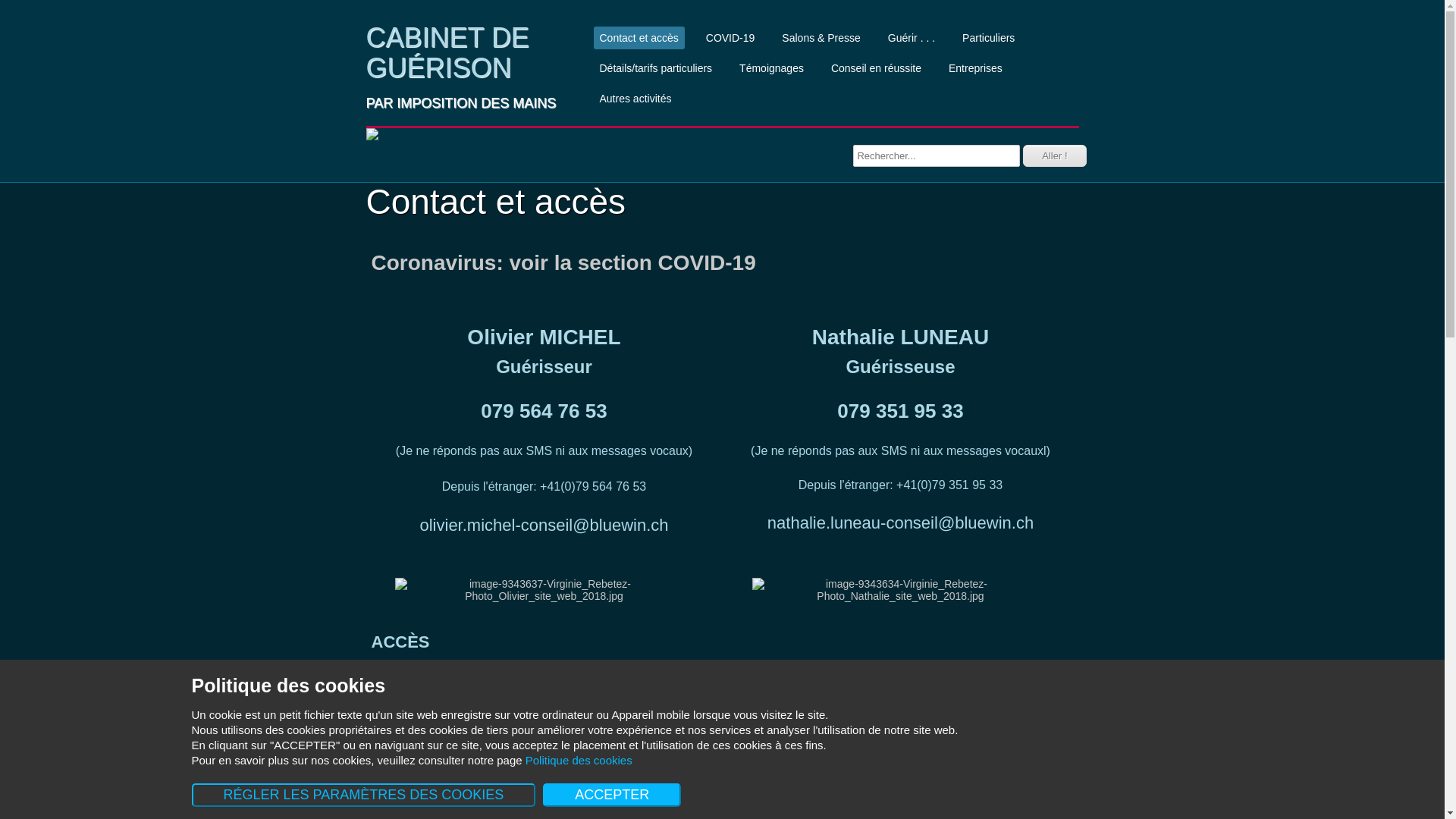 Image resolution: width=1456 pixels, height=819 pixels. Describe the element at coordinates (730, 37) in the screenshot. I see `'COVID-19'` at that location.